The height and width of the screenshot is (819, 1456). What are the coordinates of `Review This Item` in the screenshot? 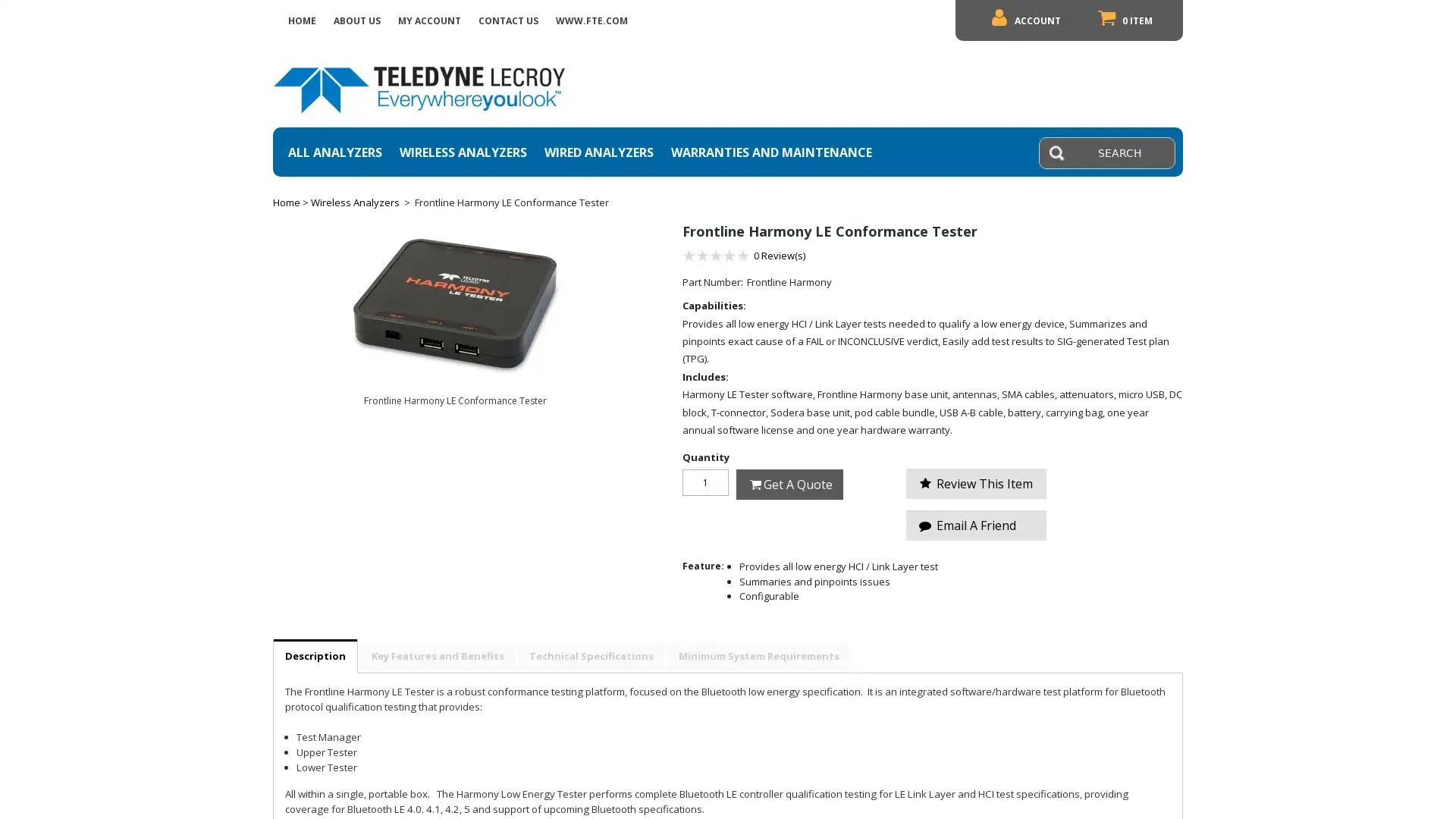 It's located at (976, 483).